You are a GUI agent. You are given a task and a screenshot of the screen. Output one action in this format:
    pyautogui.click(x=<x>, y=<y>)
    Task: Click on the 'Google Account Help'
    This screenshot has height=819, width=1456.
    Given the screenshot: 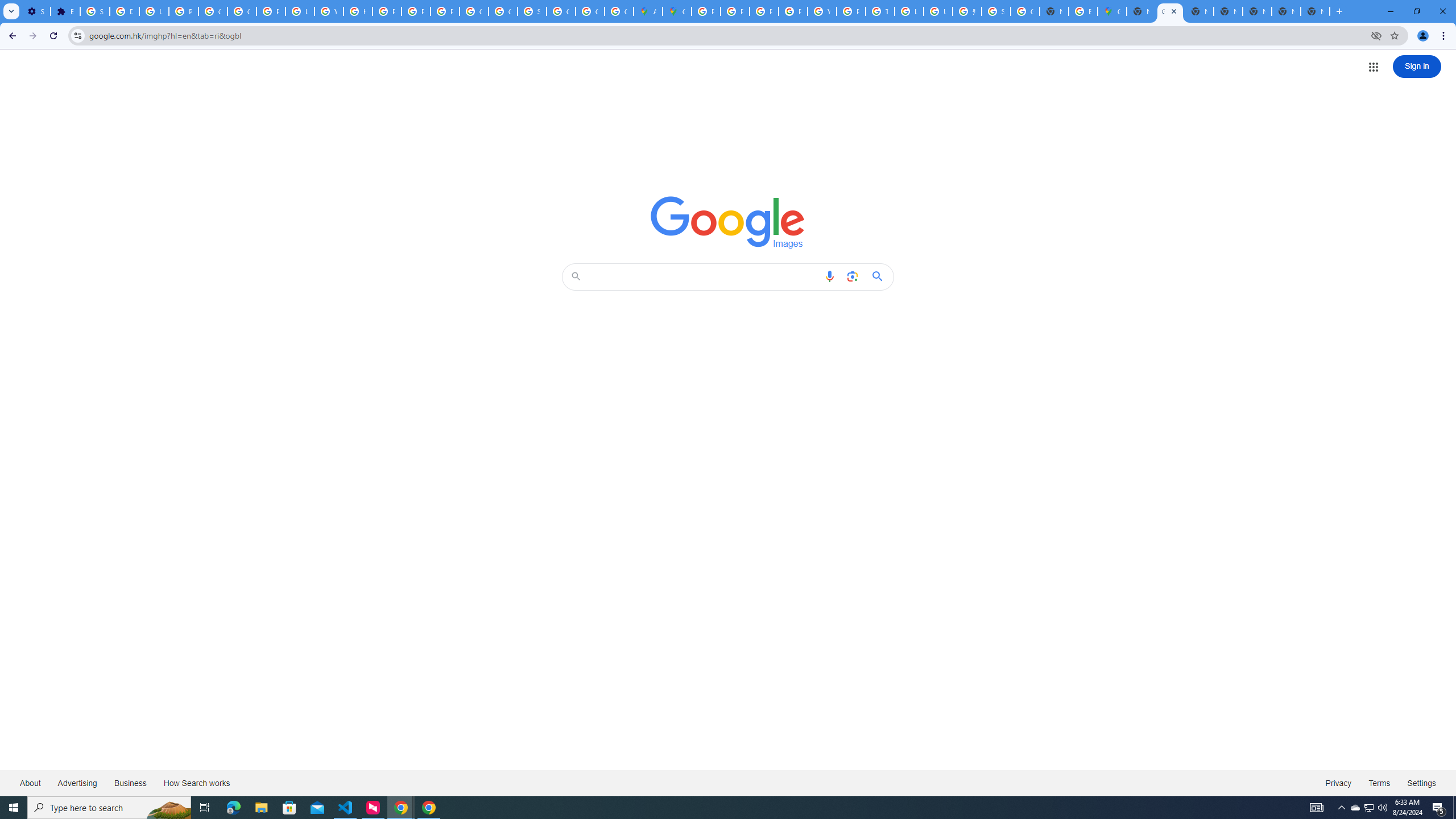 What is the action you would take?
    pyautogui.click(x=213, y=11)
    